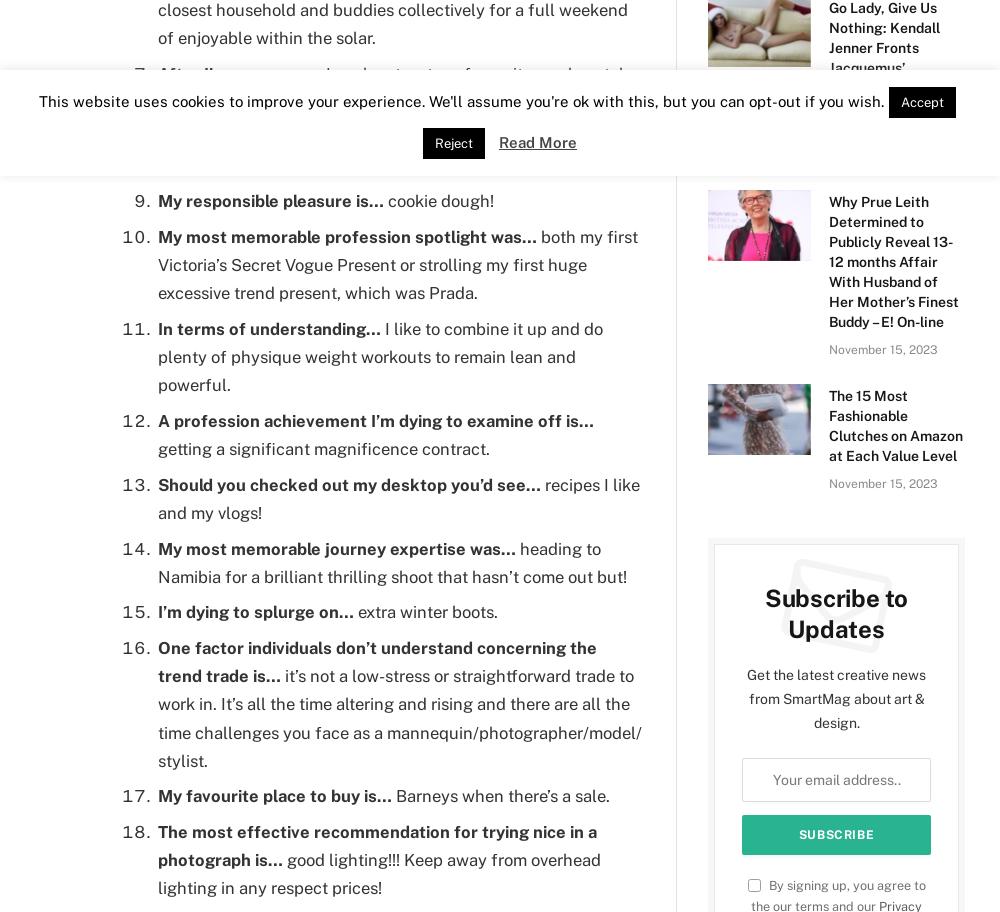 This screenshot has height=912, width=1000. I want to click on 'good lighting!!! Keep away from overhead lighting in any respect prices!', so click(379, 873).